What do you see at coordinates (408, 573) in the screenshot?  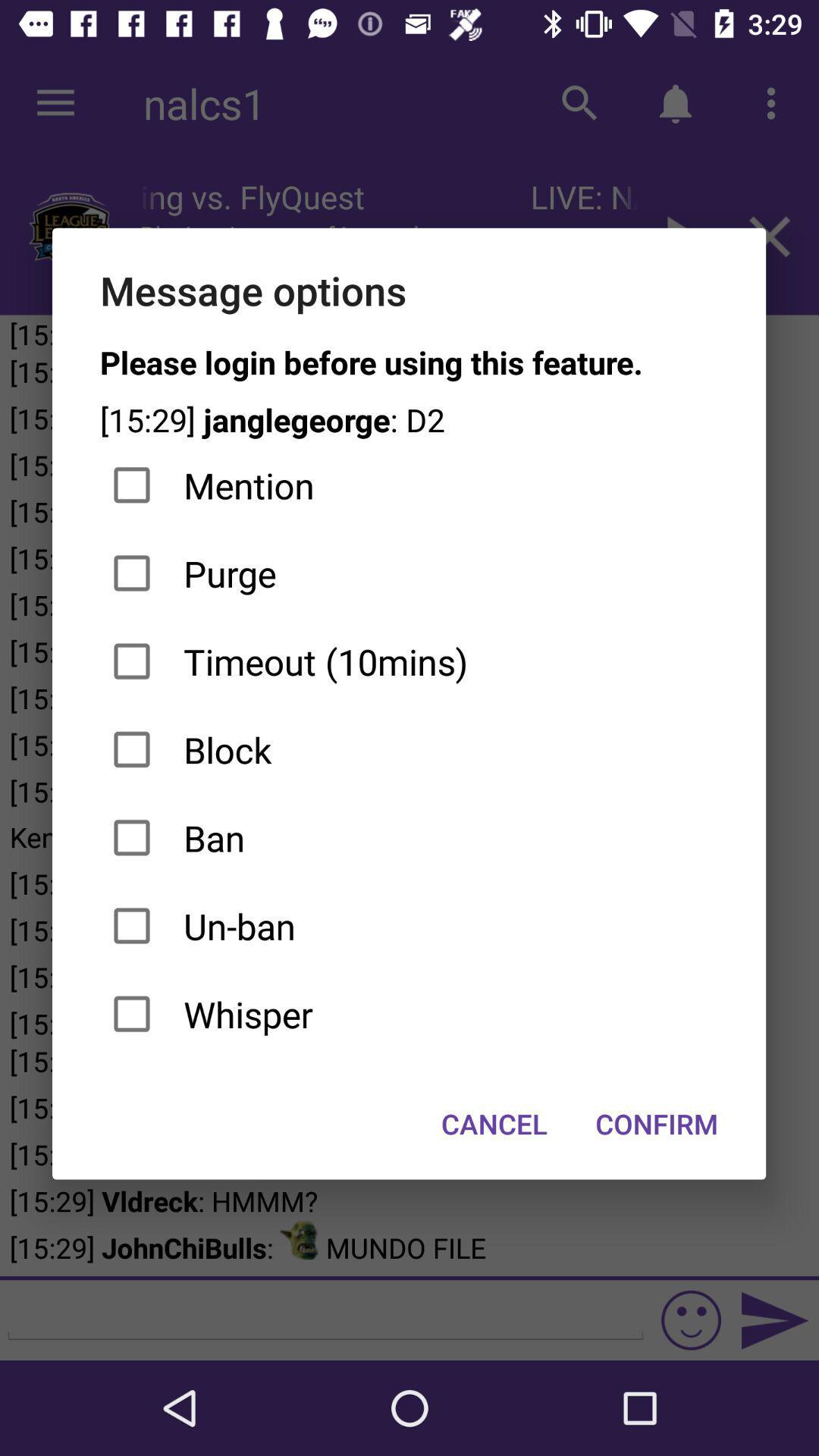 I see `the item below the mention` at bounding box center [408, 573].